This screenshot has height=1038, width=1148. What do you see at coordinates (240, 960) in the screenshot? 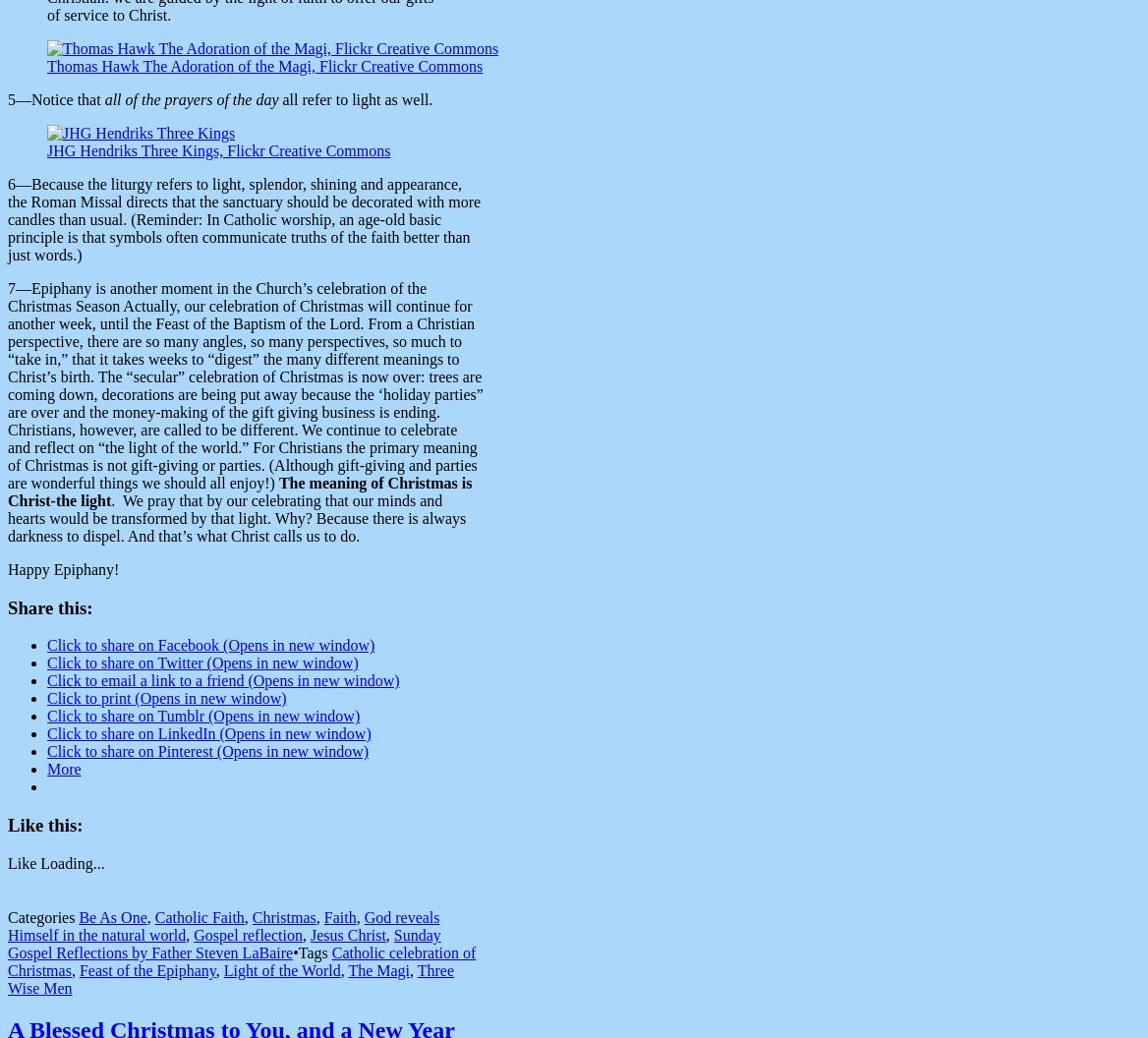
I see `'Catholic celebration of Christmas'` at bounding box center [240, 960].